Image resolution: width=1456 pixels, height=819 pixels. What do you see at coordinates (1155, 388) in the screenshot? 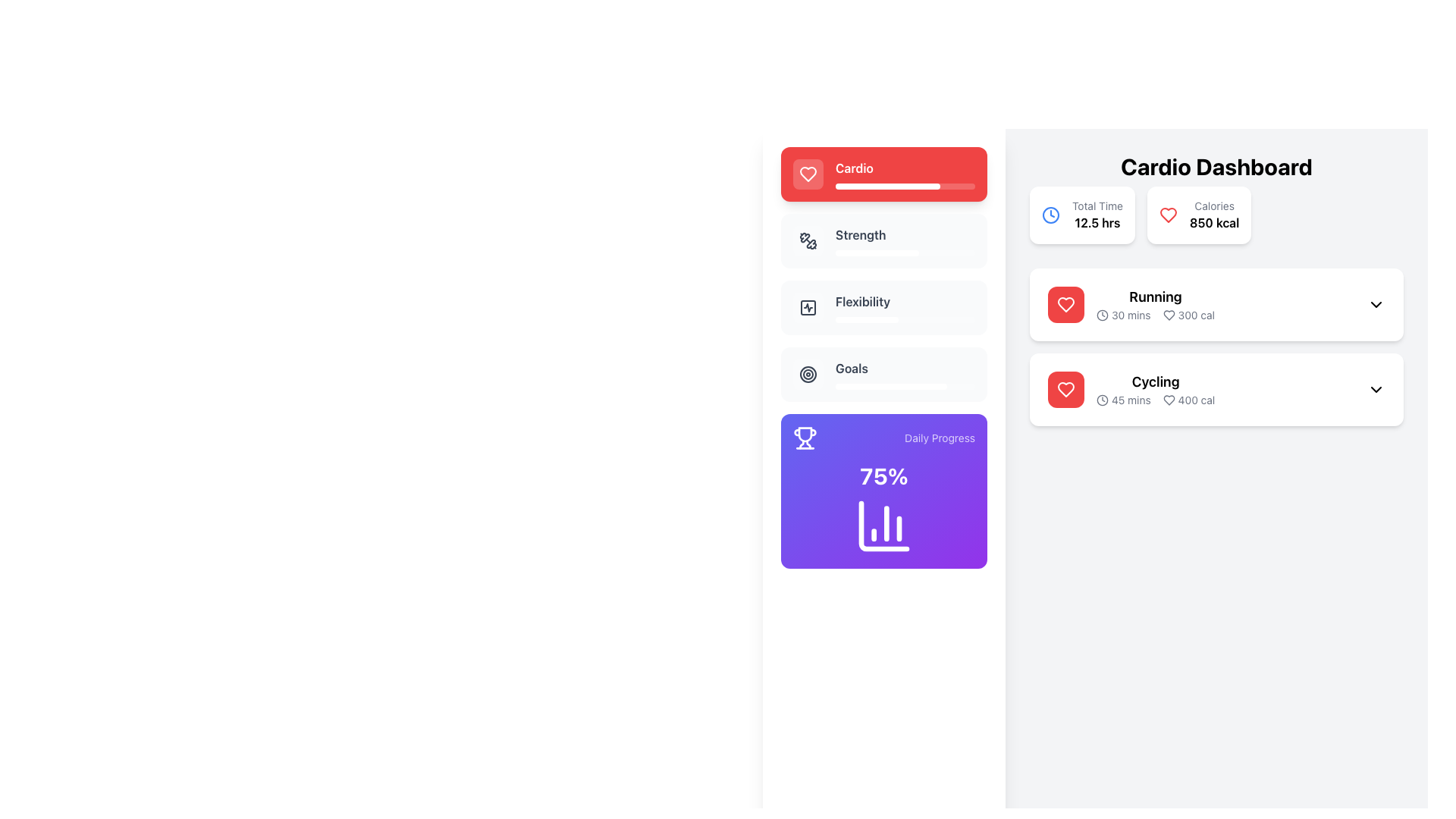
I see `the 'Cycling' text-based informational component, which is styled with bold text and includes subtext with icons for duration and calories, located in the 'Cardio Dashboard' under the second activity card` at bounding box center [1155, 388].